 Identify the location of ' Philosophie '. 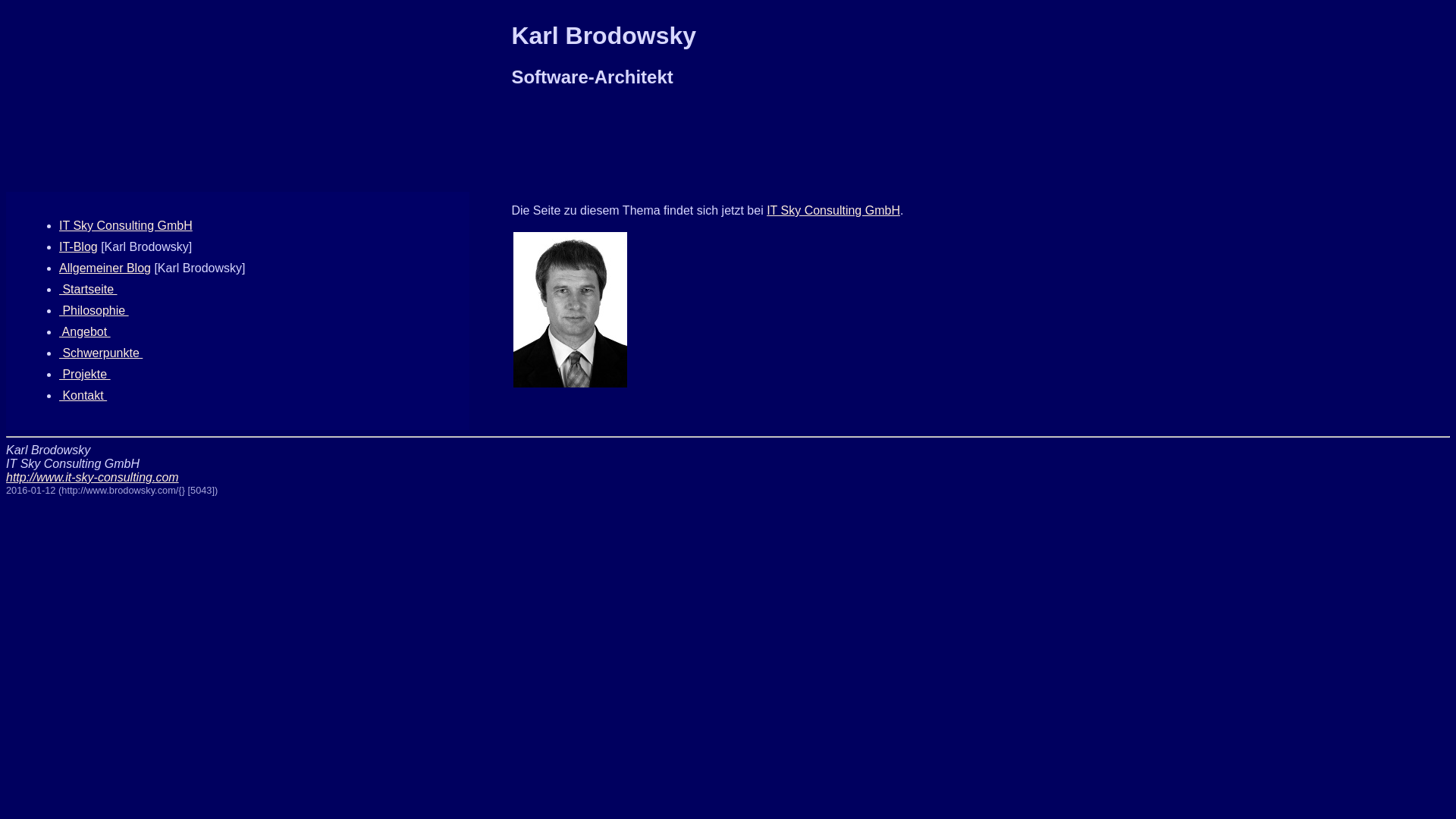
(93, 309).